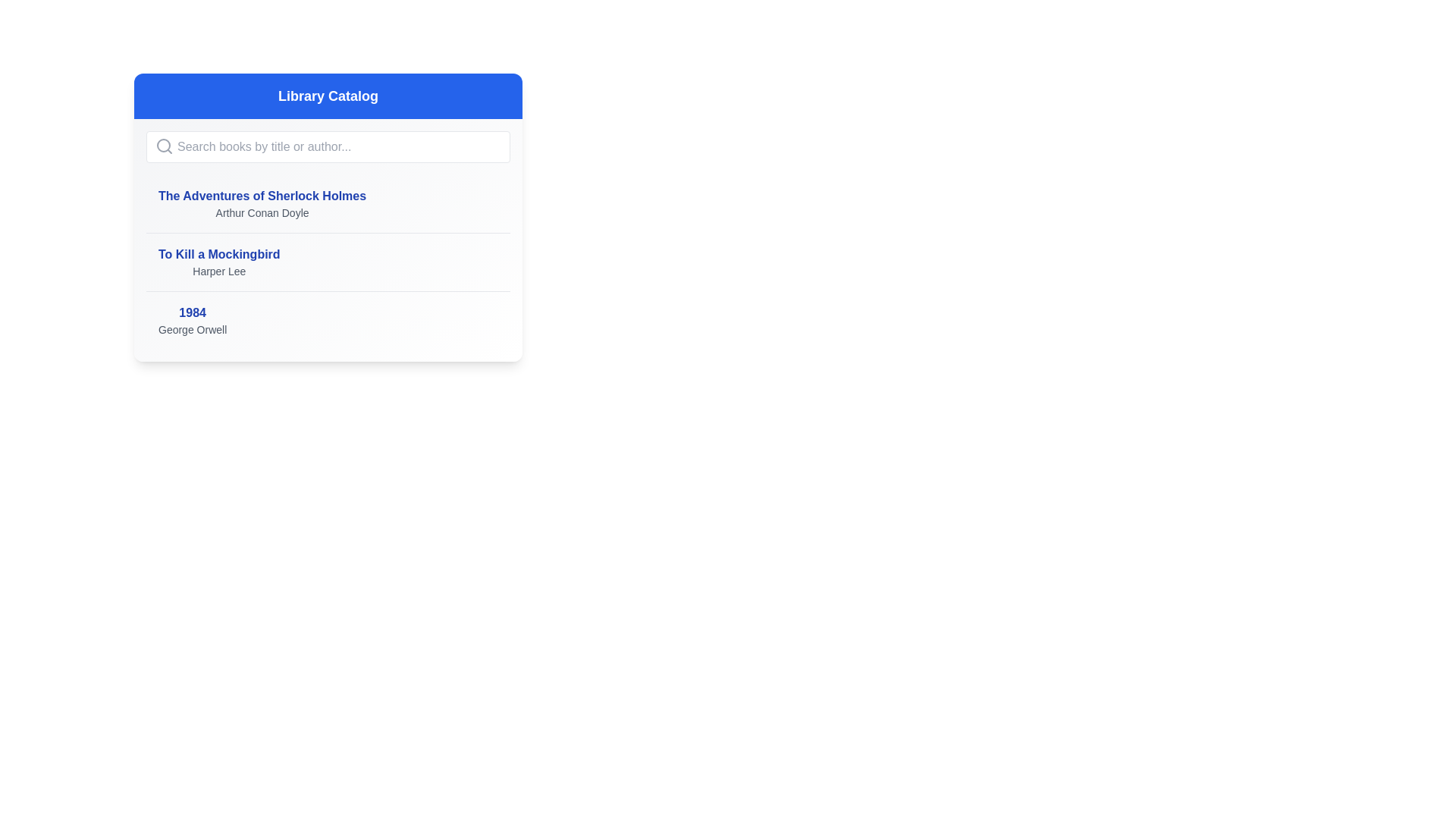 The width and height of the screenshot is (1456, 819). Describe the element at coordinates (192, 312) in the screenshot. I see `title text element indicating the book name '1984', which is located above the text 'George Orwell' in the library catalog` at that location.